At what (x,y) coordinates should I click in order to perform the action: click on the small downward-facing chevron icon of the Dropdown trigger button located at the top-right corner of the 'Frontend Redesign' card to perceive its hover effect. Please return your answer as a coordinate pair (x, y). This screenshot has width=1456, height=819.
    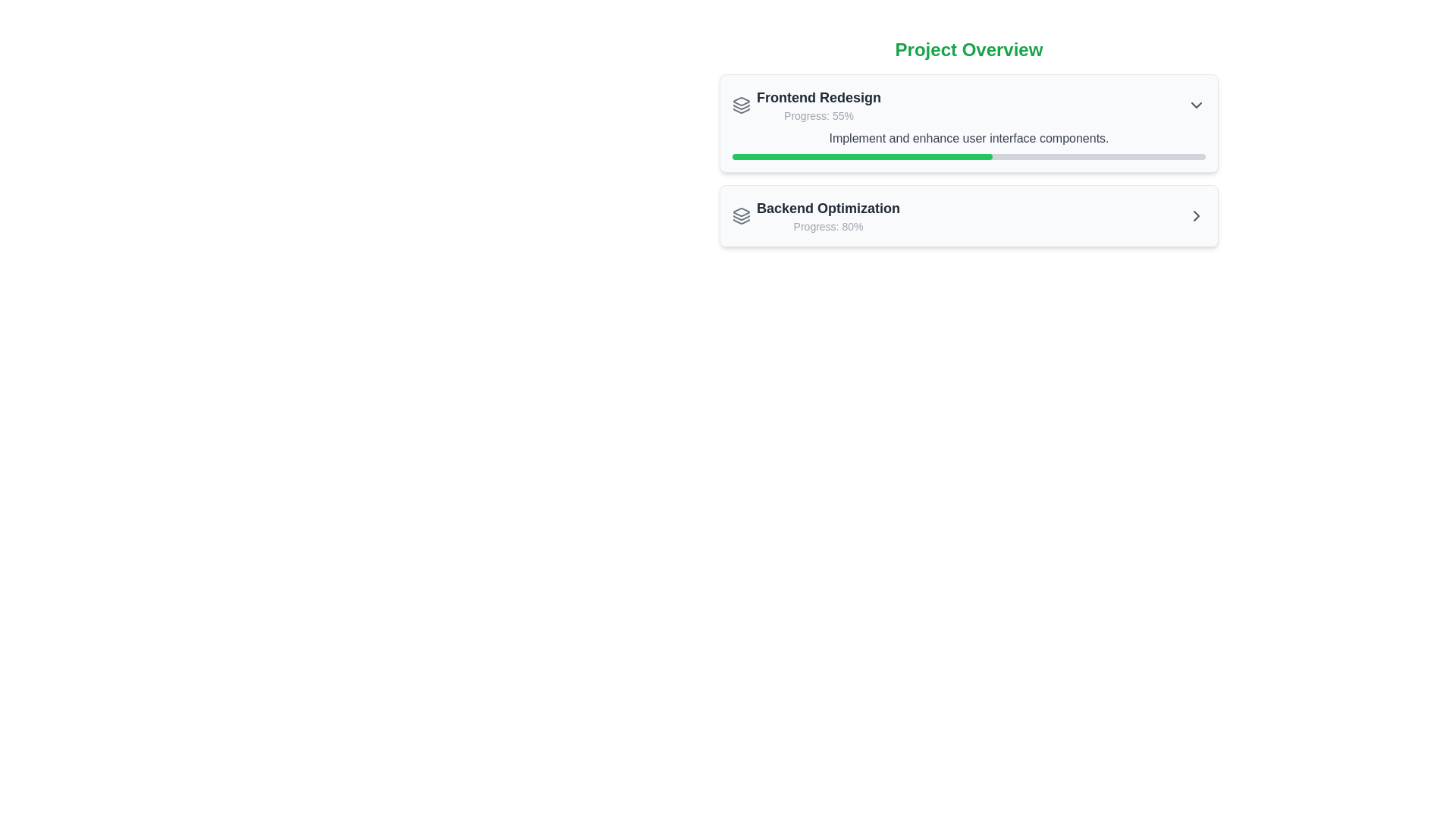
    Looking at the image, I should click on (1196, 104).